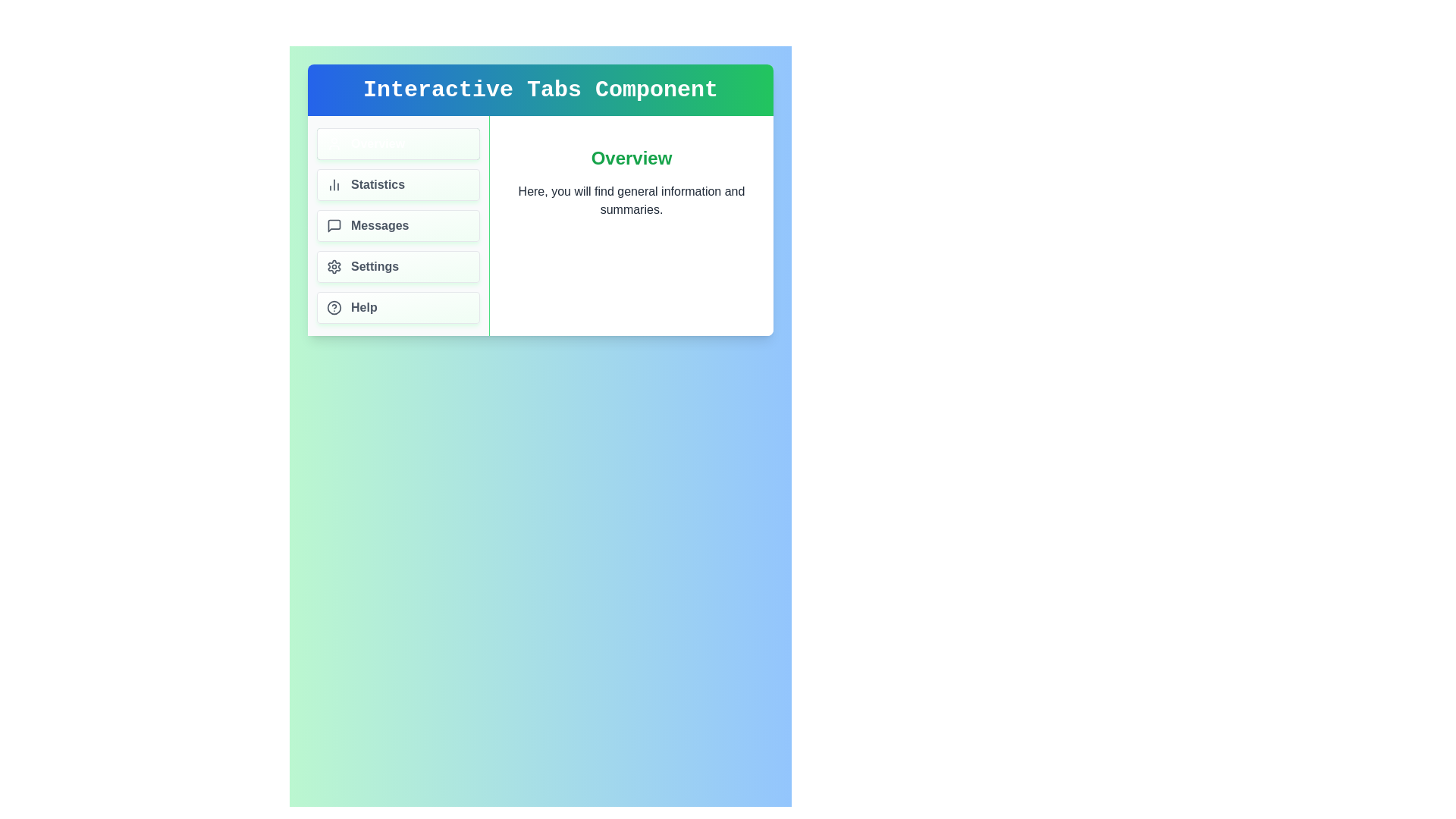  Describe the element at coordinates (398, 307) in the screenshot. I see `the tab labeled Help by clicking on its area` at that location.